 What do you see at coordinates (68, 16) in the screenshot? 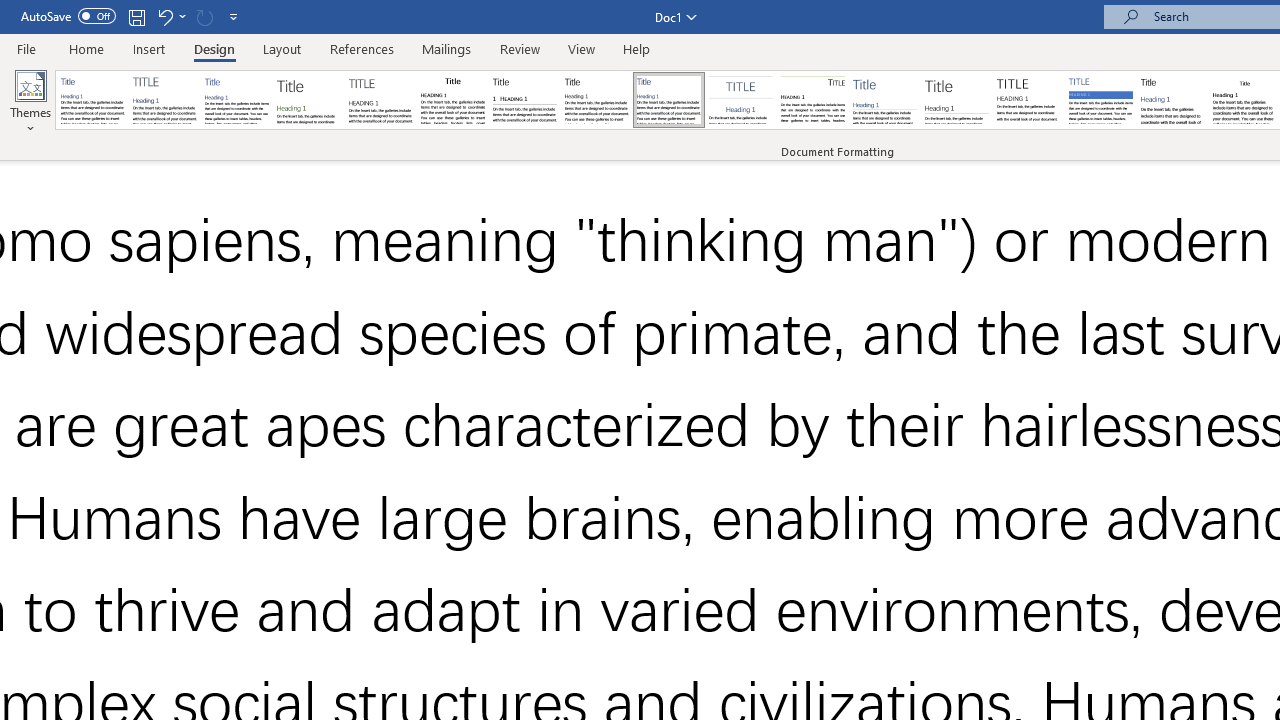
I see `'AutoSave'` at bounding box center [68, 16].